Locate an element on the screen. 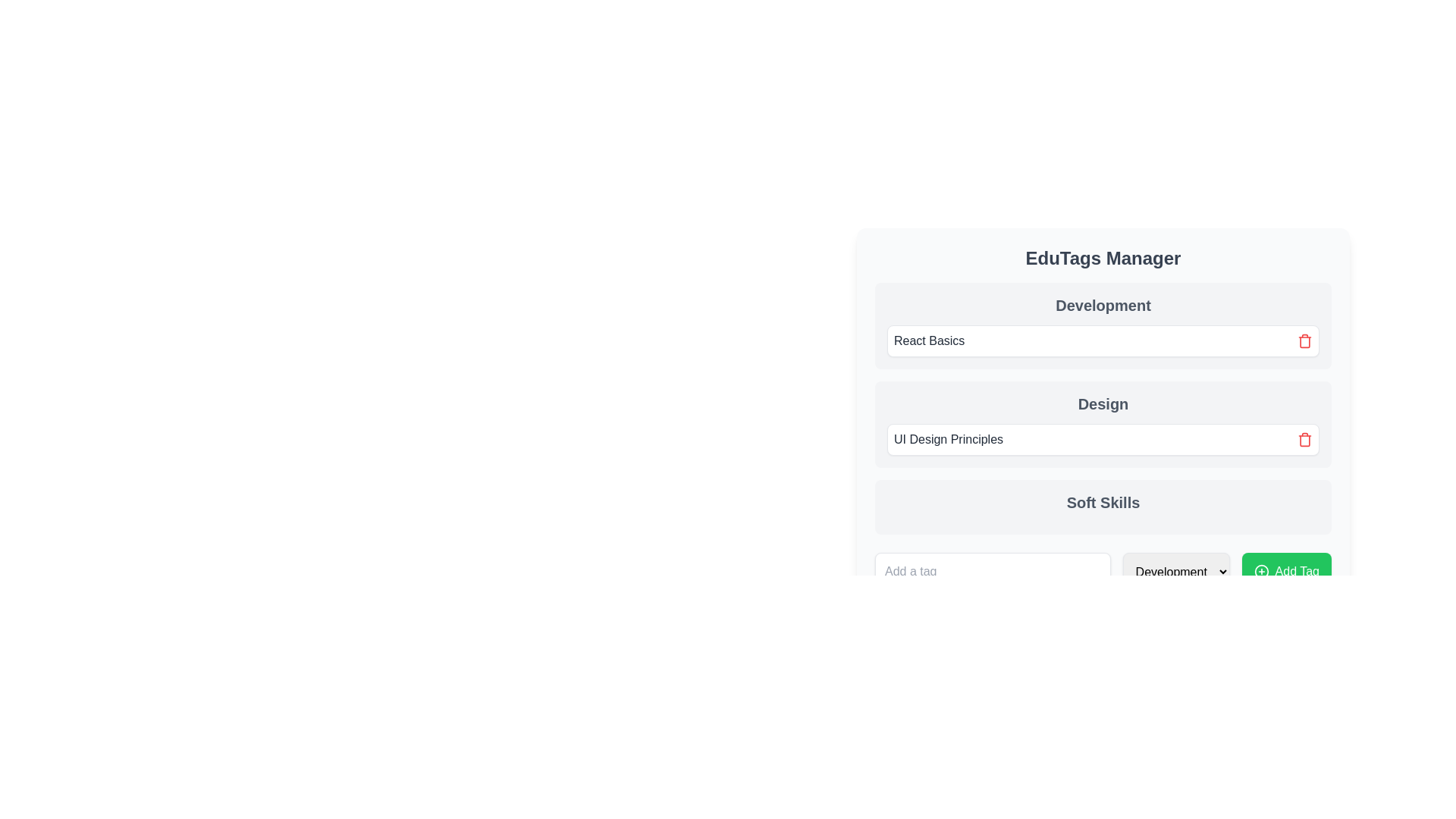 This screenshot has width=1456, height=819. the static text label displaying 'Soft Skills' which is styled in a large, bold font and located below the 'Development' and 'Design' sections is located at coordinates (1103, 503).